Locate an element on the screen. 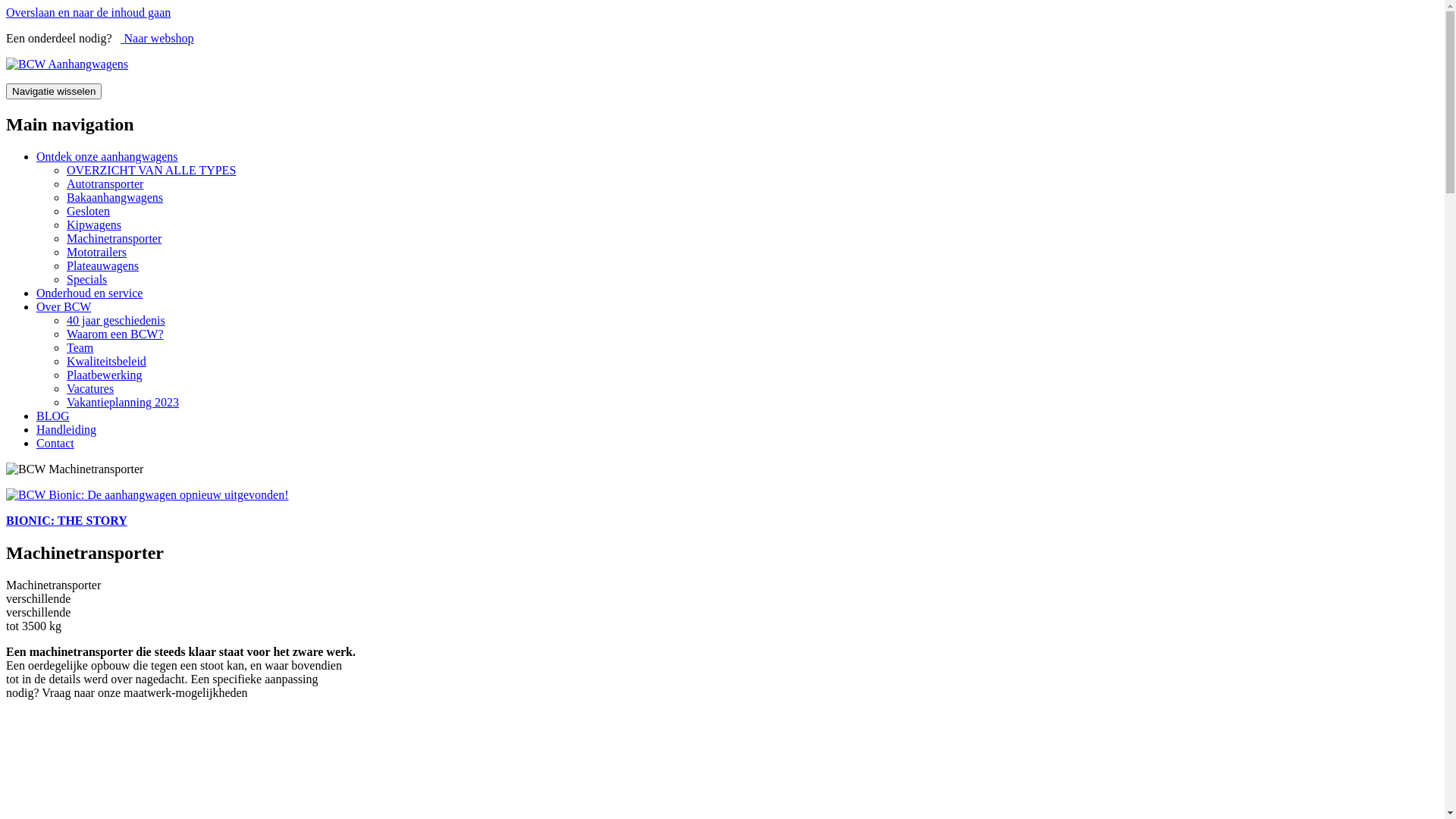 Image resolution: width=1456 pixels, height=819 pixels. 'Plaatbewerking' is located at coordinates (104, 375).